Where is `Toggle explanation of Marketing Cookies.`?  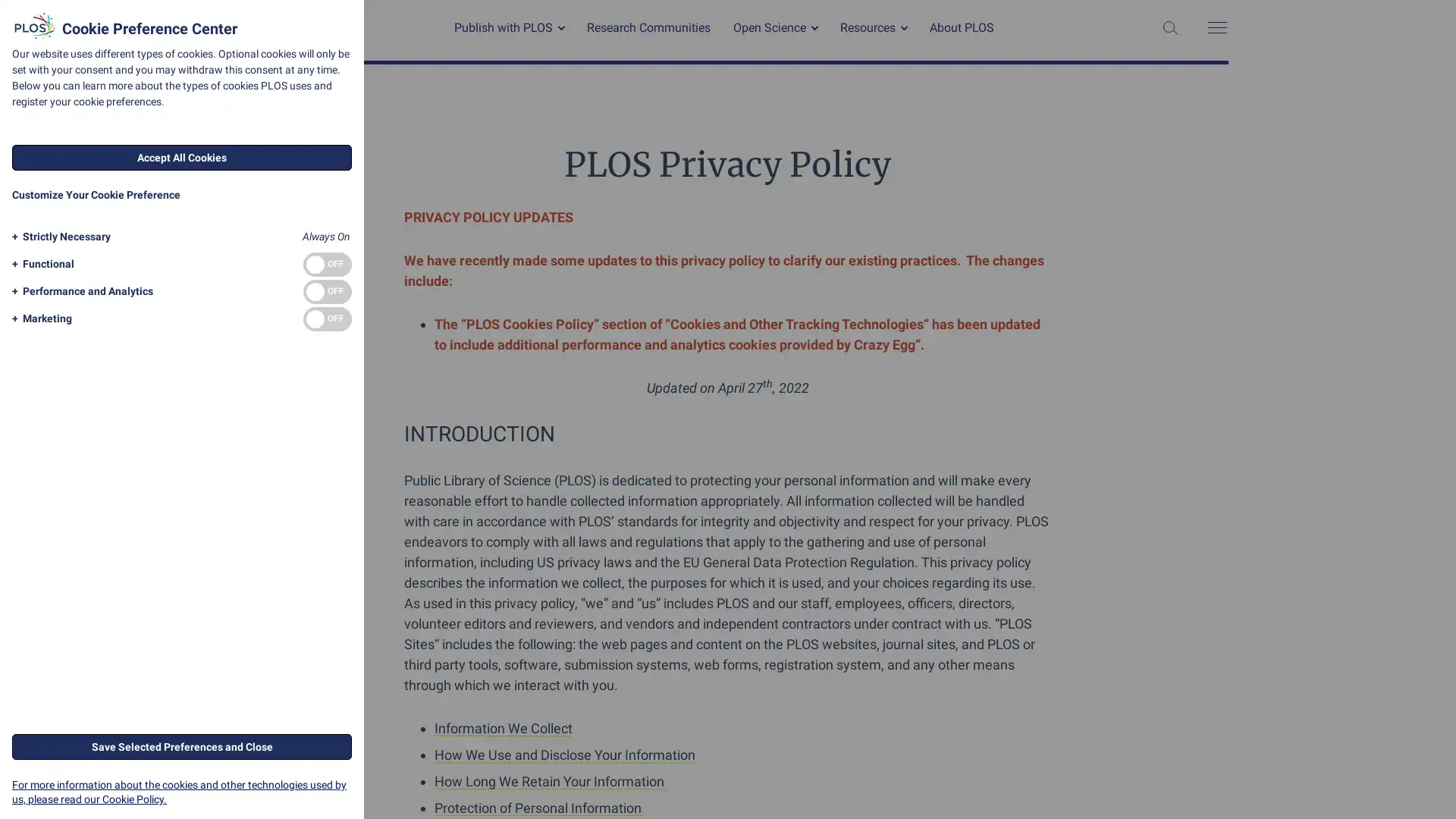
Toggle explanation of Marketing Cookies. is located at coordinates (39, 318).